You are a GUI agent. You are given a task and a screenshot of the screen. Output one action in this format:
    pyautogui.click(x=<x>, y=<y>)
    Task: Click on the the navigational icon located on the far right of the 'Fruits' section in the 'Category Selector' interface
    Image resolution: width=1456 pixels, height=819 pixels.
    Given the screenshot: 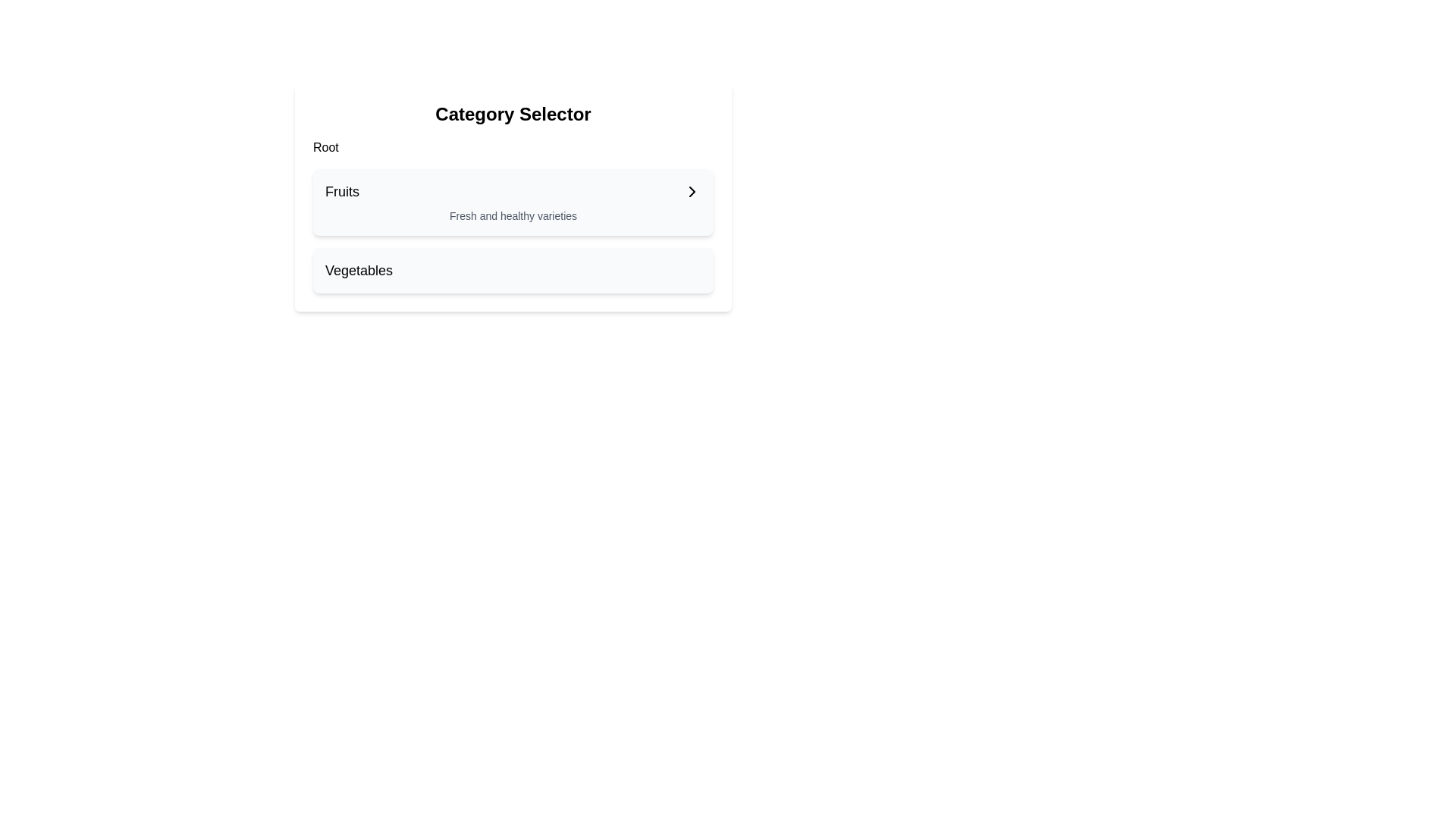 What is the action you would take?
    pyautogui.click(x=691, y=191)
    